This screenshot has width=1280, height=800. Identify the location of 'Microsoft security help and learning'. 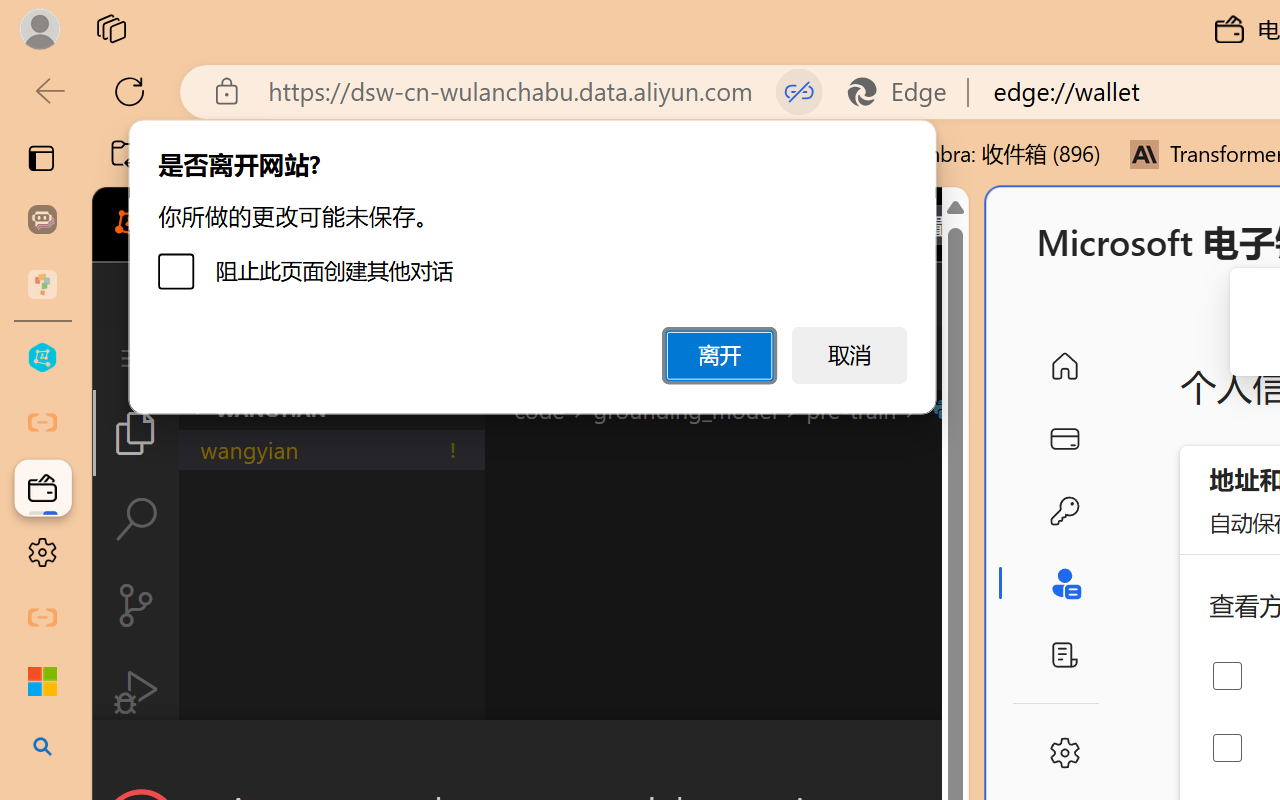
(42, 682).